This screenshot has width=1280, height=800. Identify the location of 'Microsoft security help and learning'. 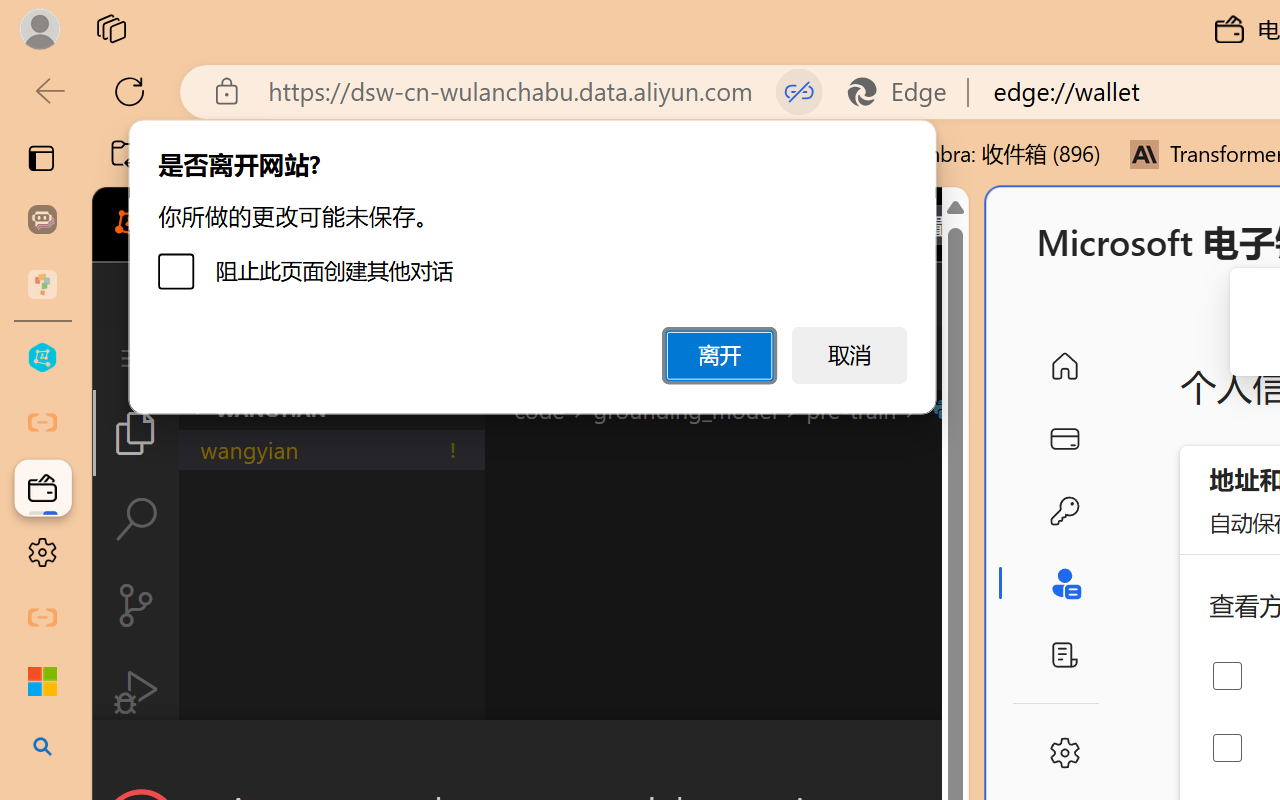
(42, 682).